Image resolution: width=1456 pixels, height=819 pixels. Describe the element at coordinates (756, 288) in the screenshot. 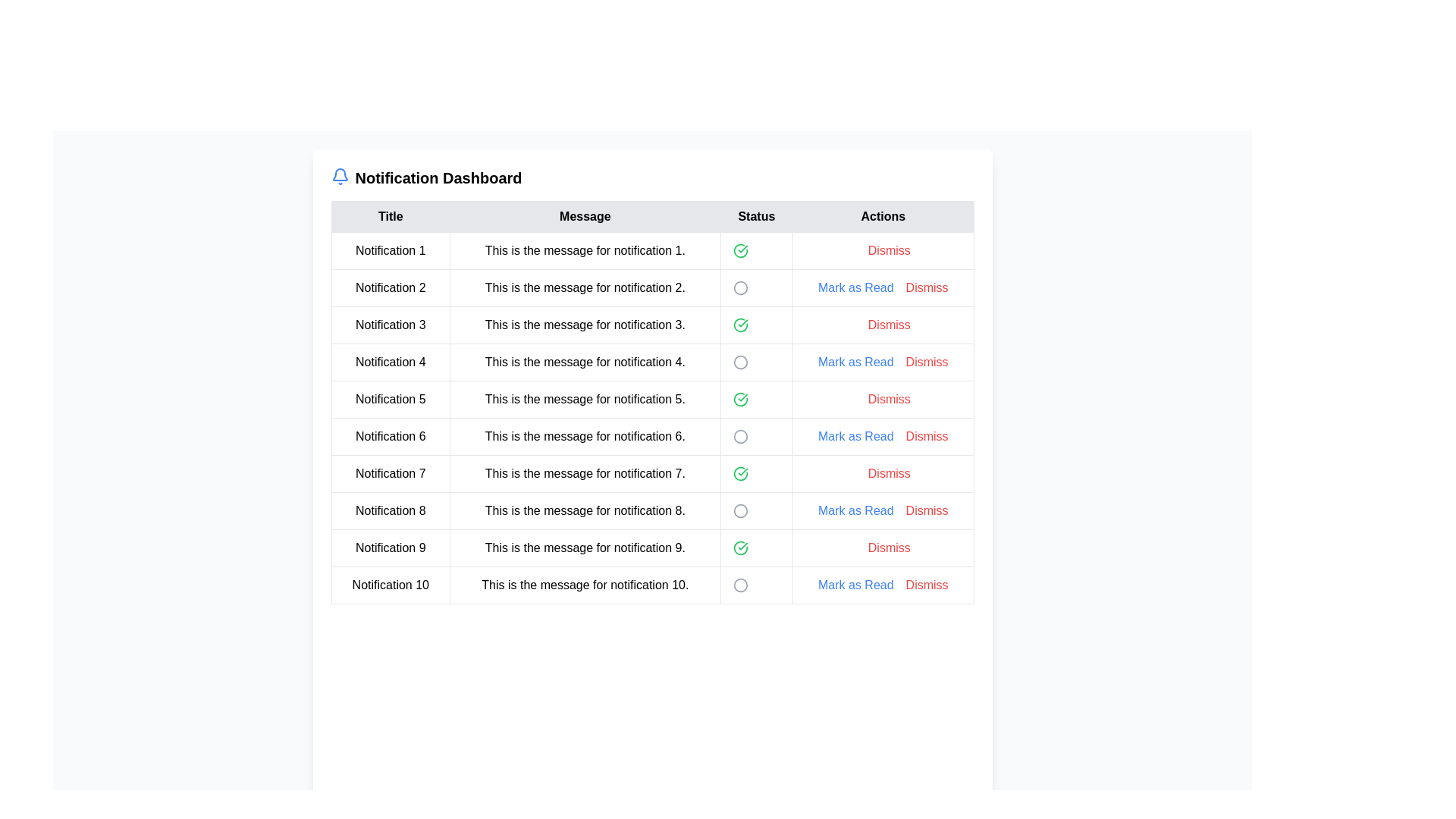

I see `the visual status of the hollow circle with a dot inside, styled in gray, located in the Status column next to the row labeled 'Notification 2'` at that location.